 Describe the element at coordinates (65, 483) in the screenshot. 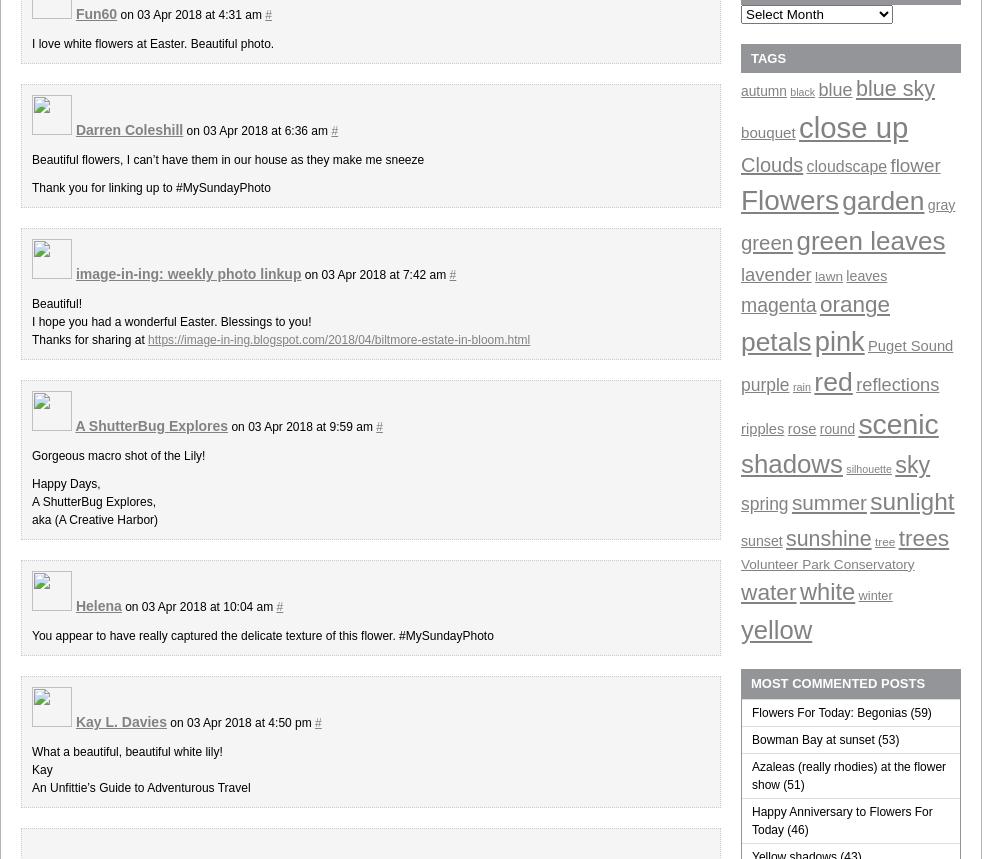

I see `'Happy Days,'` at that location.